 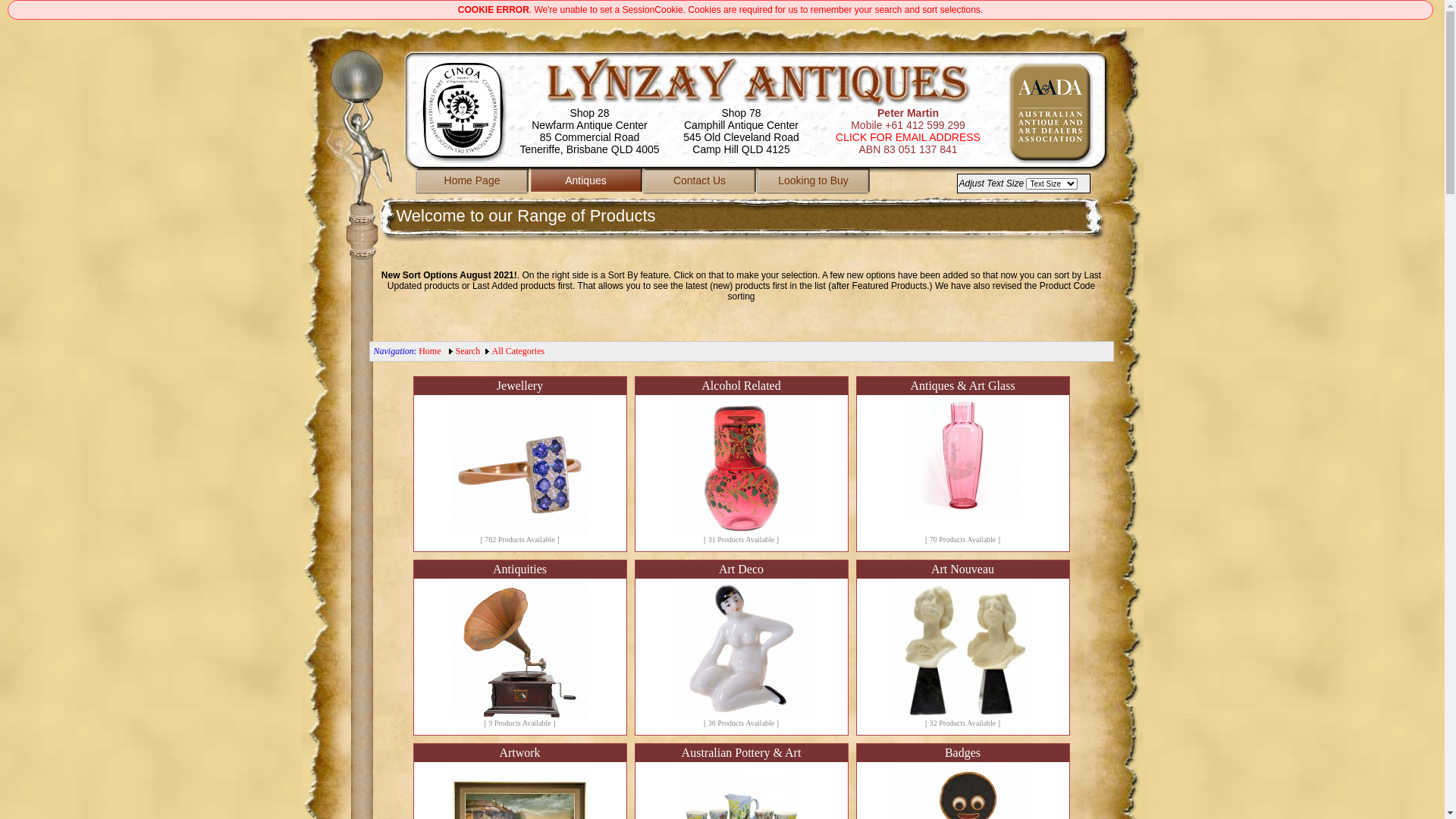 I want to click on 'Looking to Buy', so click(x=813, y=181).